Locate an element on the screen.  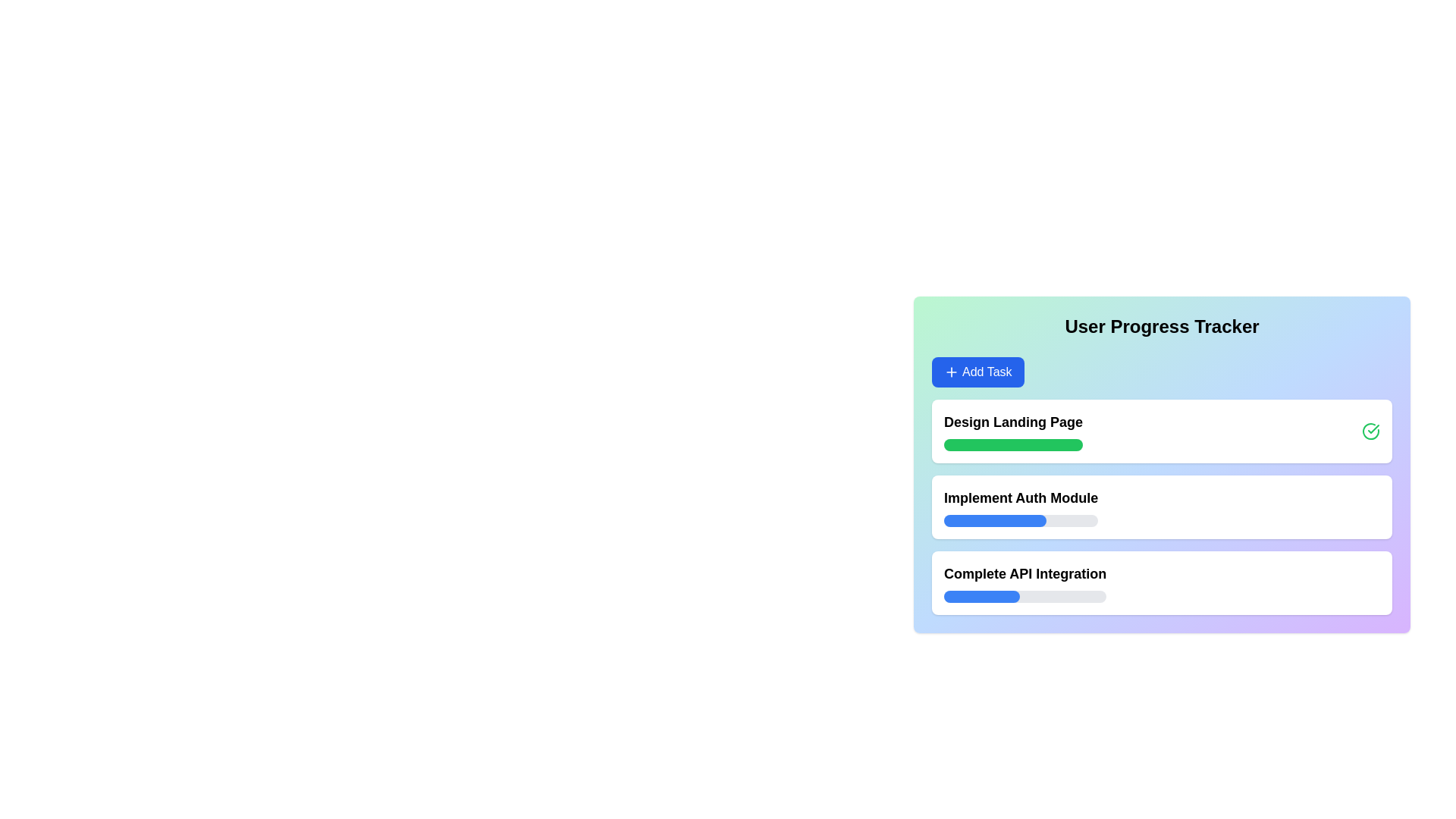
the text label that serves as the header or title for a task card, located above a green progress bar and centered horizontally within the task card is located at coordinates (1013, 422).